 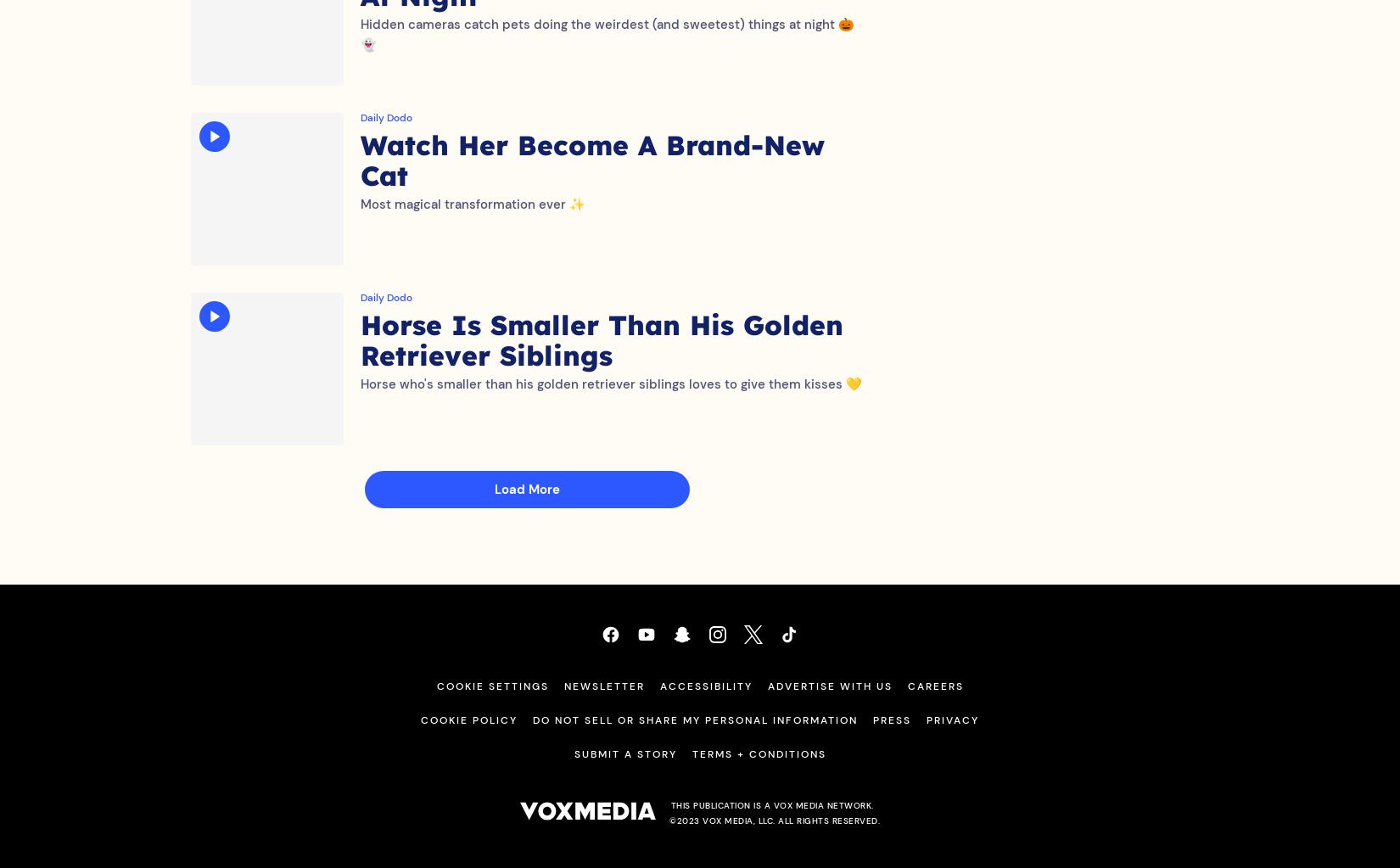 What do you see at coordinates (624, 770) in the screenshot?
I see `'Submit a Story'` at bounding box center [624, 770].